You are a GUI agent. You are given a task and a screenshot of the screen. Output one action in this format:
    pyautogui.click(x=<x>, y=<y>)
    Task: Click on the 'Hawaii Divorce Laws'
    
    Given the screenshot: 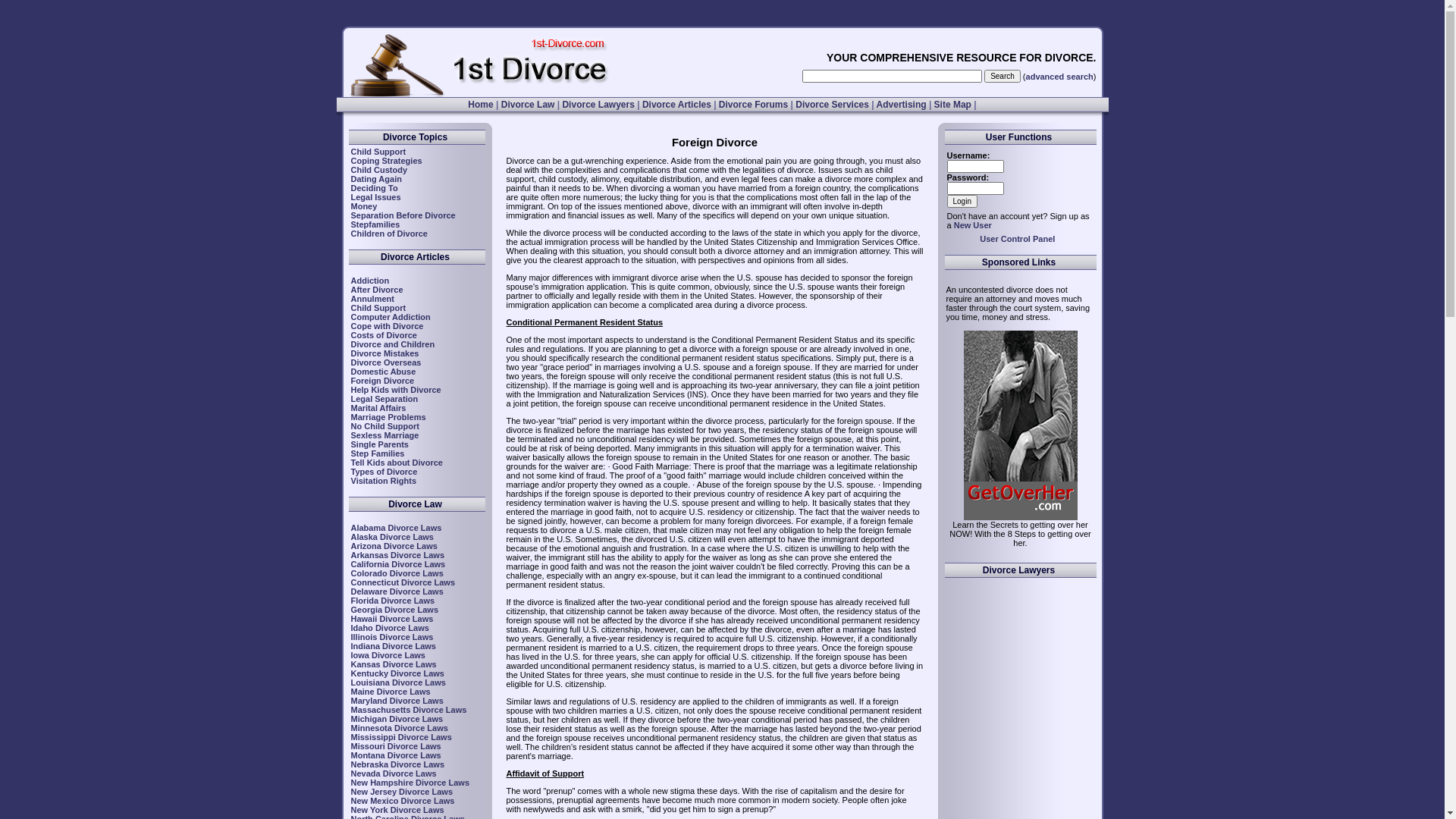 What is the action you would take?
    pyautogui.click(x=391, y=619)
    